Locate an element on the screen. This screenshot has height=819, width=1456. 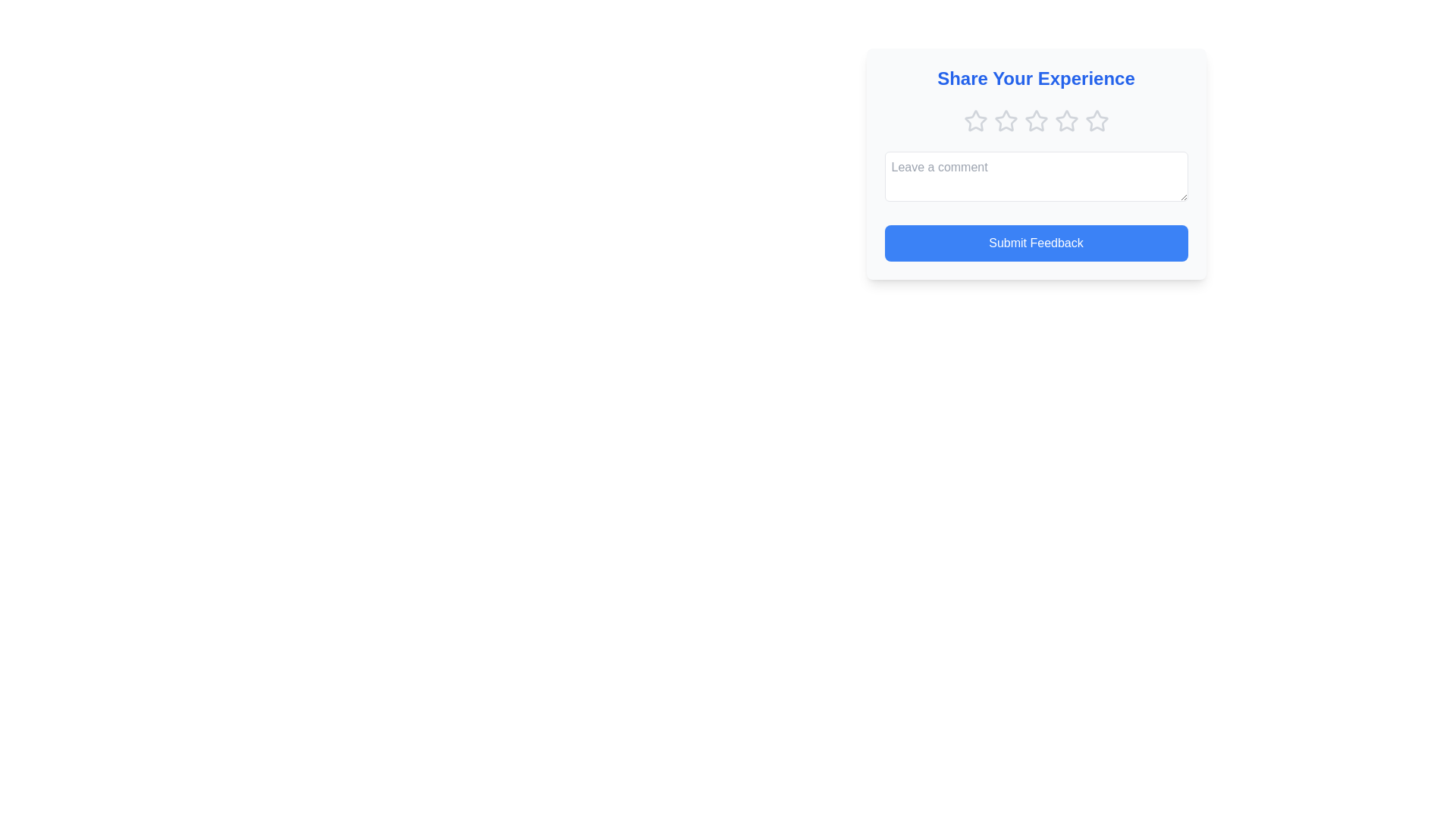
the third star icon in the rating system is located at coordinates (1006, 120).